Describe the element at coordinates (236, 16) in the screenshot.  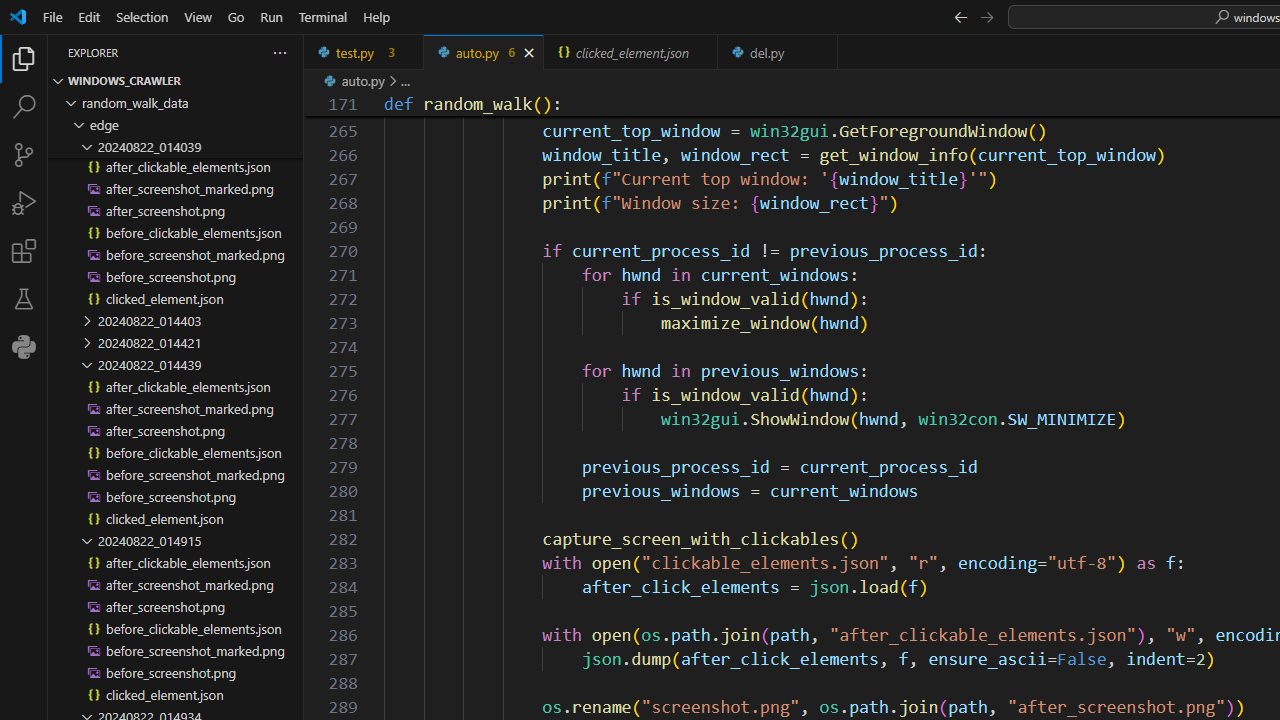
I see `'Go'` at that location.